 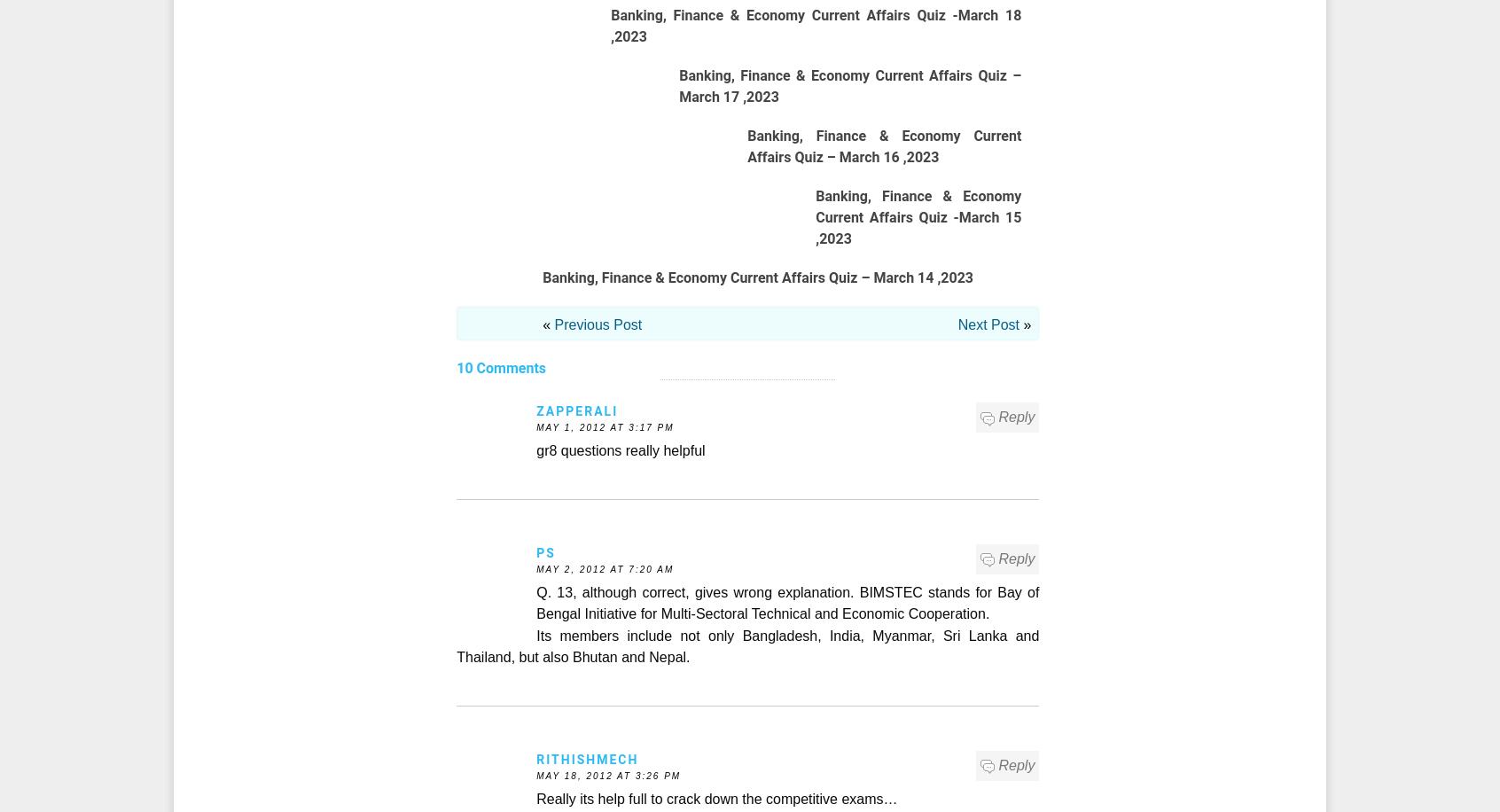 What do you see at coordinates (883, 146) in the screenshot?
I see `'Banking, Finance & Economy Current Affairs Quiz – March 16 ,2023'` at bounding box center [883, 146].